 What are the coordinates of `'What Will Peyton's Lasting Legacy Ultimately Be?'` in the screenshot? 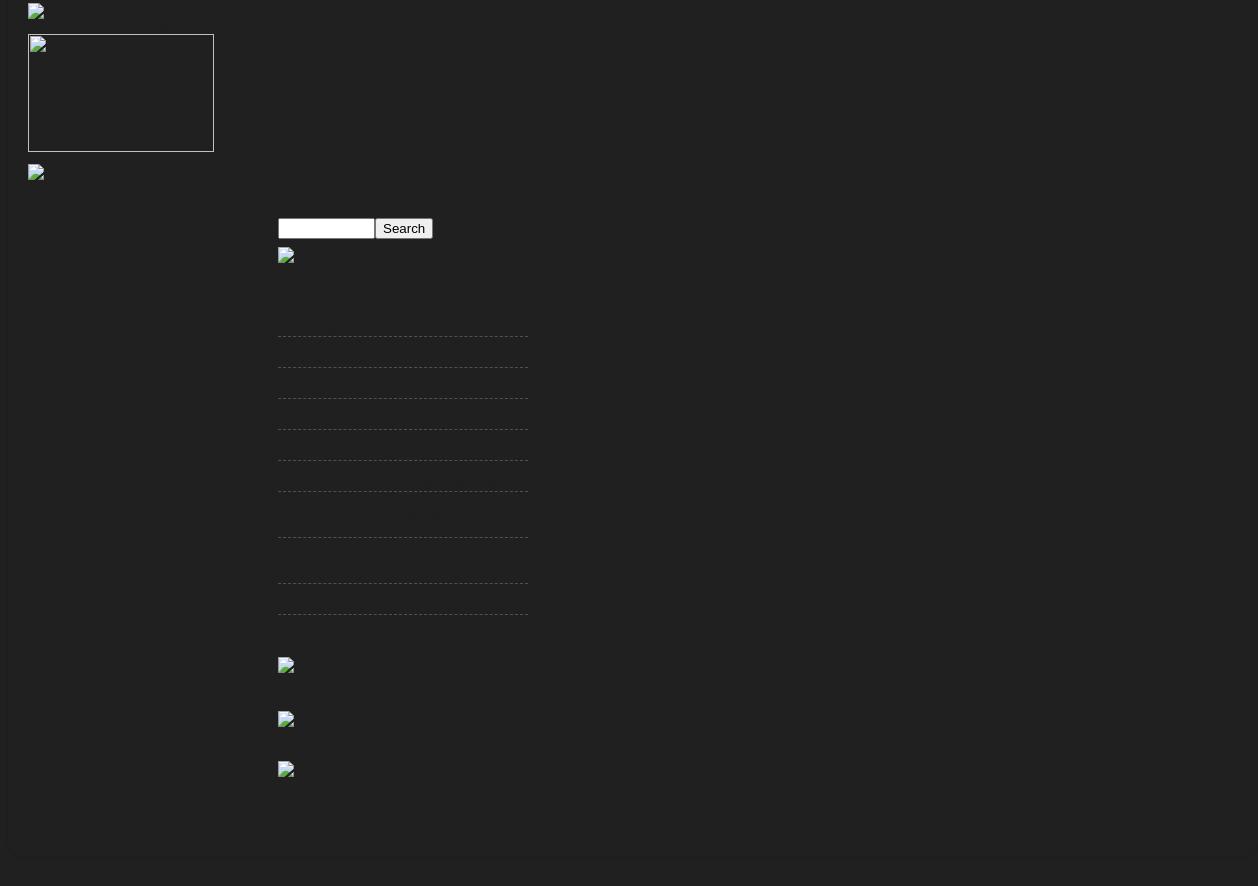 It's located at (278, 519).